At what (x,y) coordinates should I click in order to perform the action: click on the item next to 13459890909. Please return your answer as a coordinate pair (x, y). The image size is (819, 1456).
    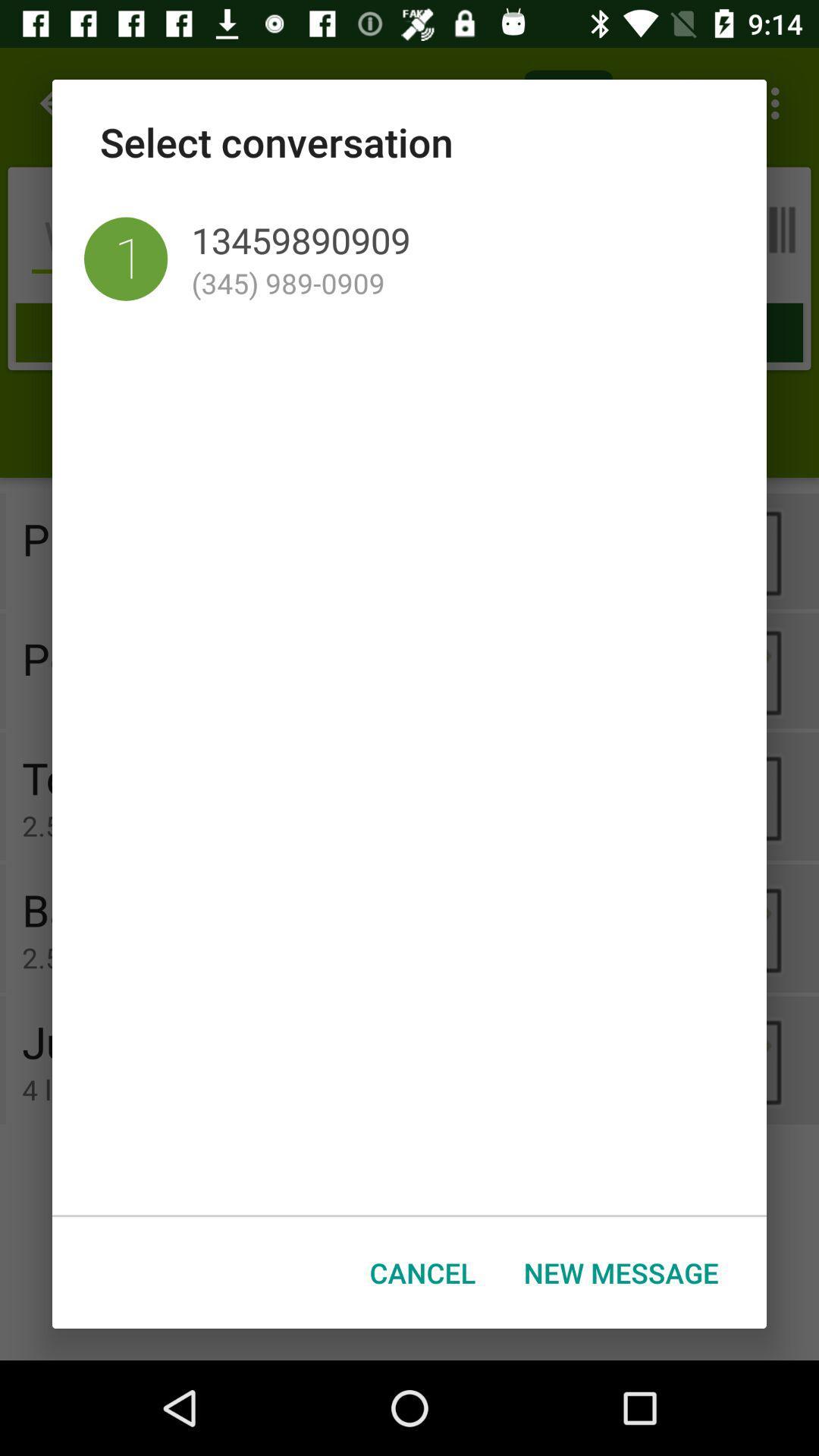
    Looking at the image, I should click on (125, 259).